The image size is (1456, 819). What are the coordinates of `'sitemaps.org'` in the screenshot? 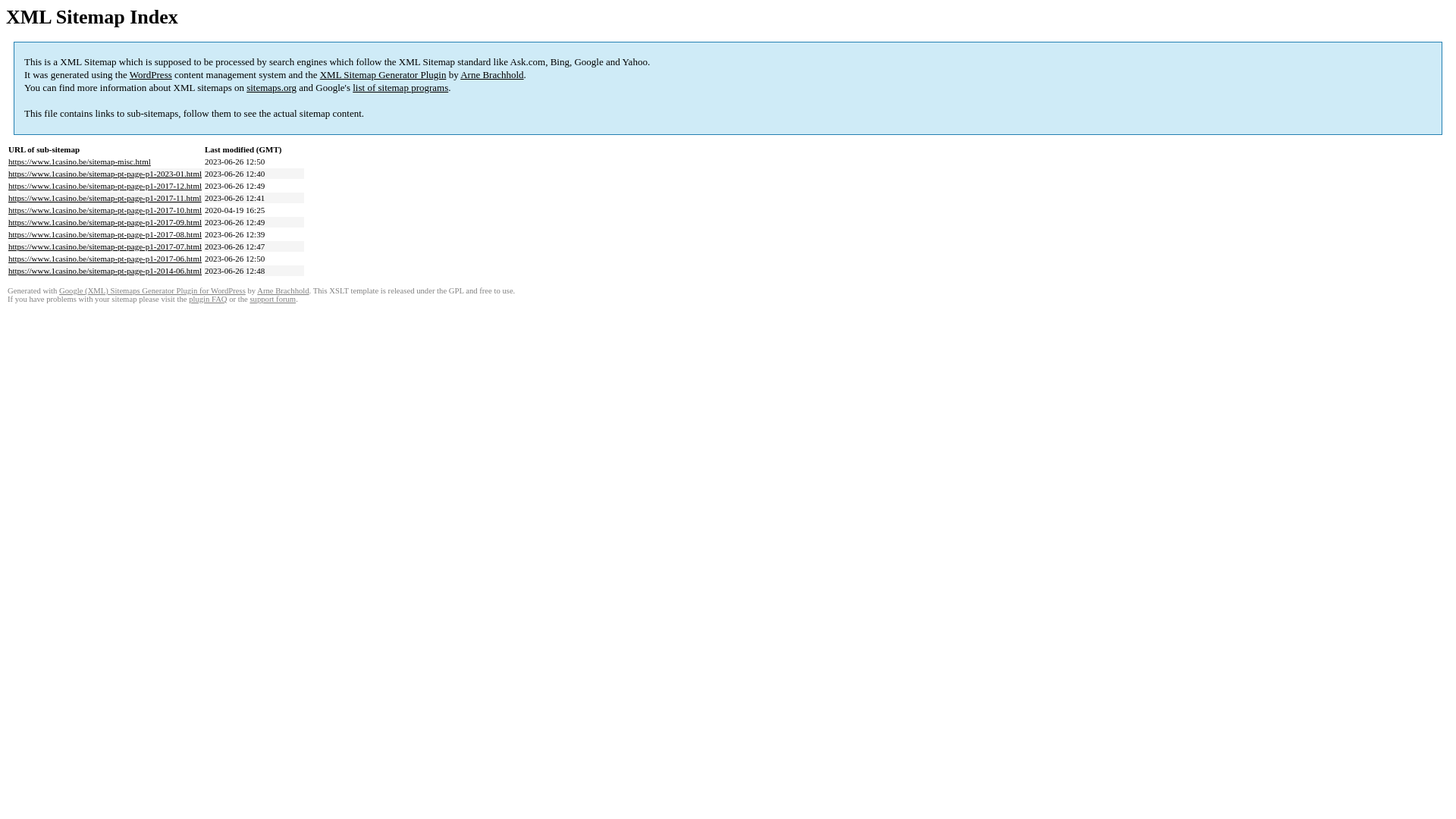 It's located at (271, 87).